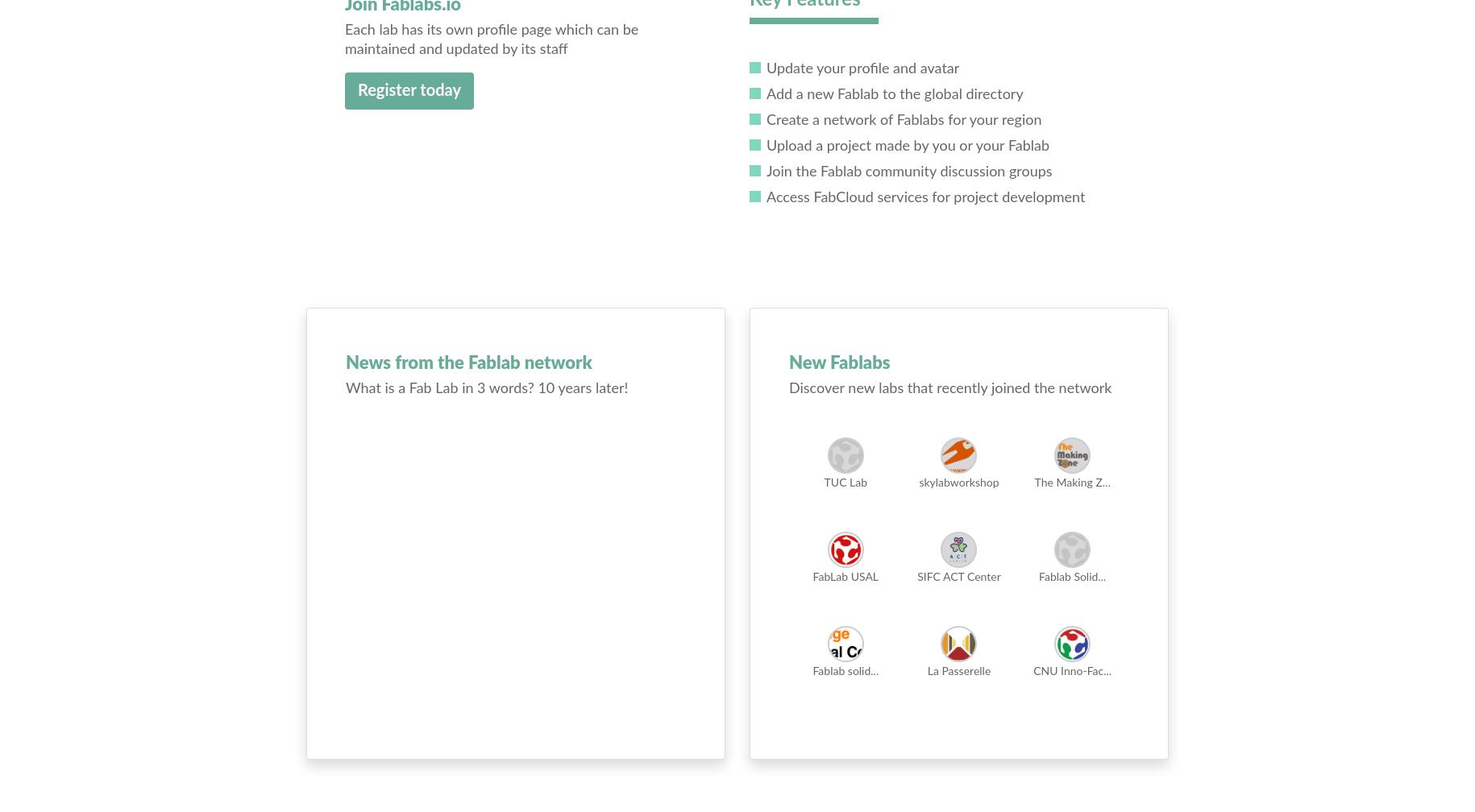  Describe the element at coordinates (916, 577) in the screenshot. I see `'SIFC ACT Center'` at that location.